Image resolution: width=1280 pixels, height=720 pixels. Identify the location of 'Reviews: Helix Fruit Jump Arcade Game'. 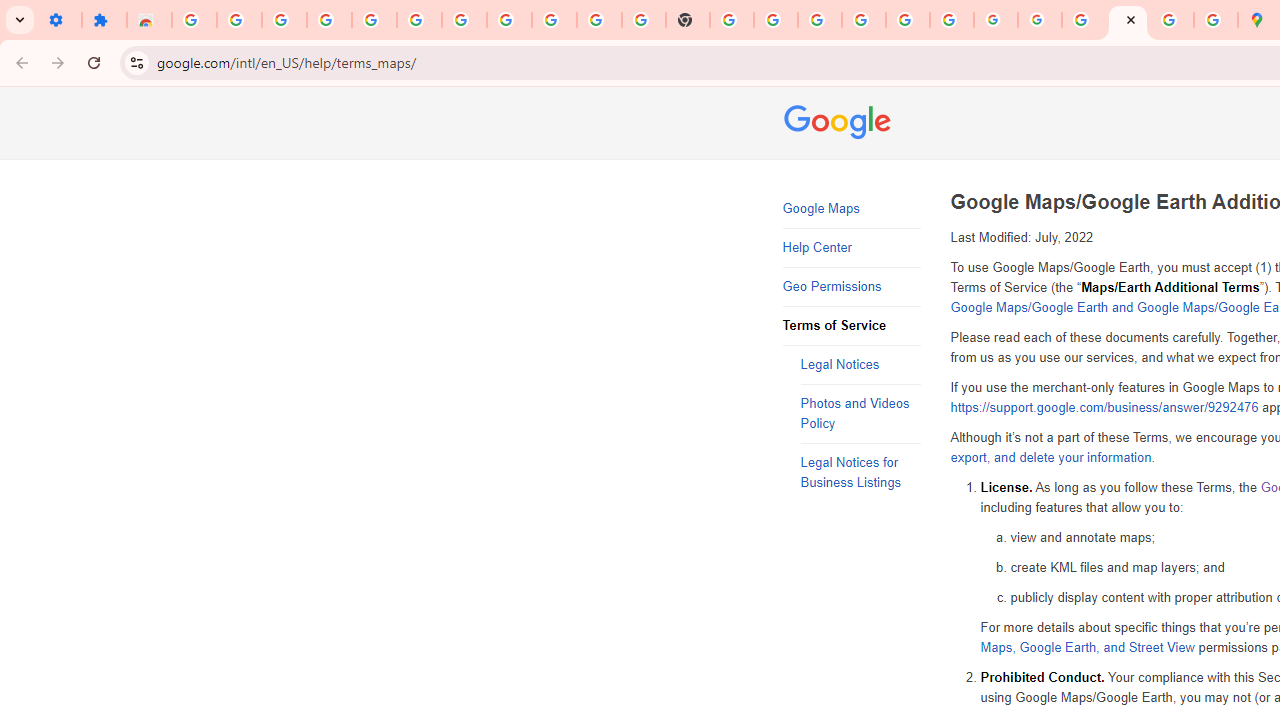
(148, 20).